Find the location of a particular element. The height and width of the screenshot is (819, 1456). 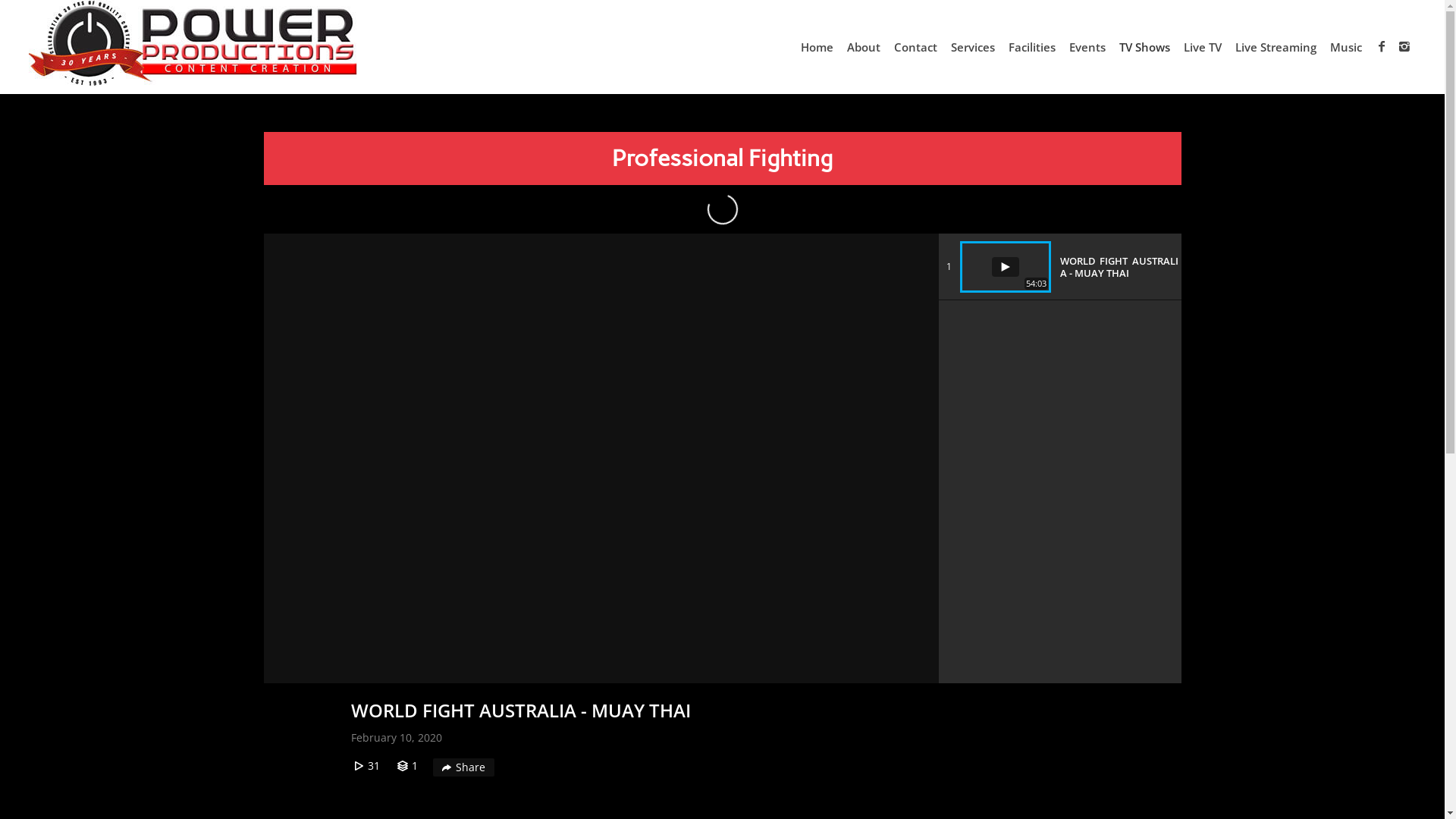

'1 is located at coordinates (1058, 265).